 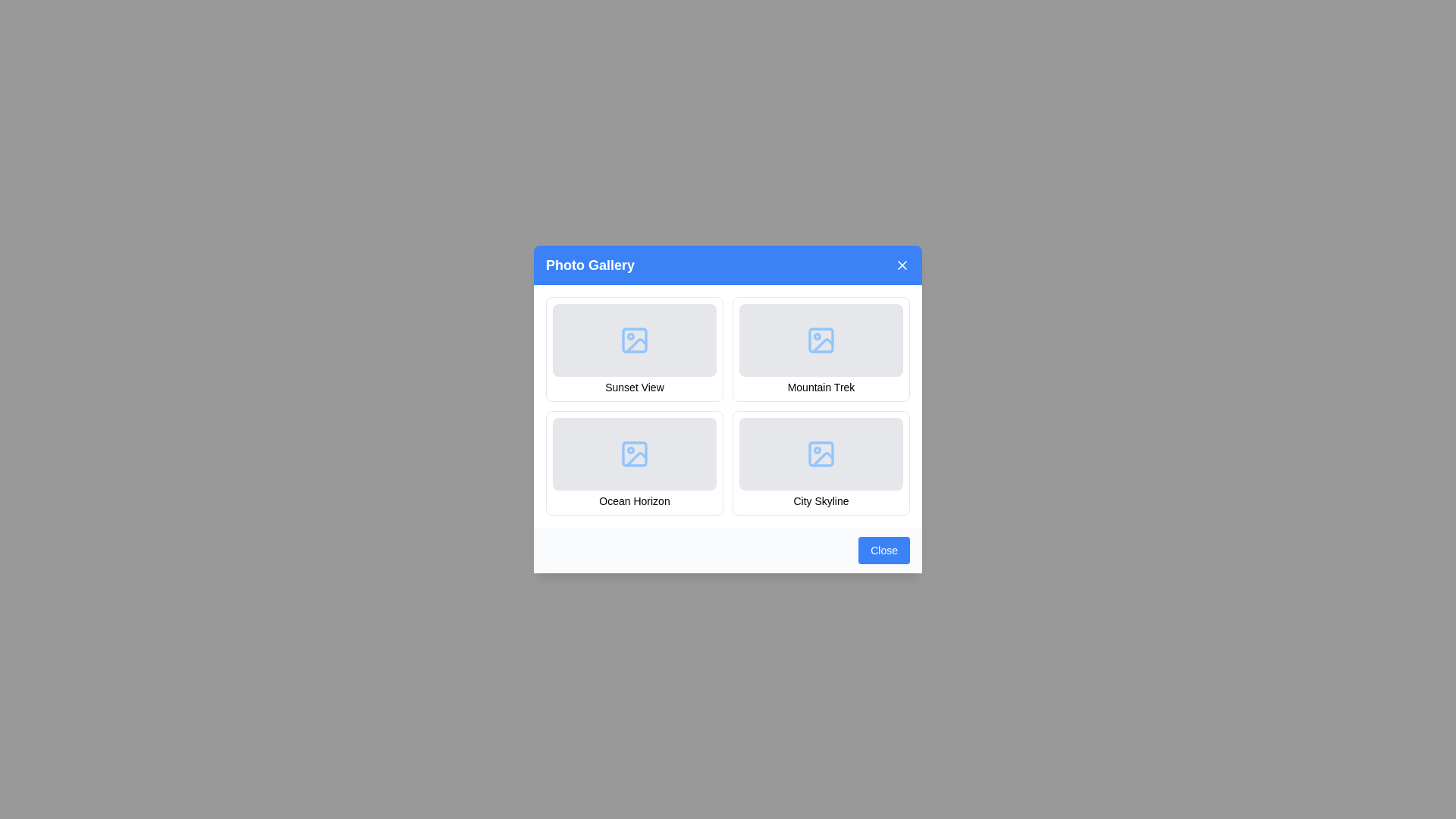 What do you see at coordinates (902, 265) in the screenshot?
I see `the small square button with an 'X' icon, located at the top-right corner of the 'Photo Gallery' header, to potentially display a tooltip` at bounding box center [902, 265].